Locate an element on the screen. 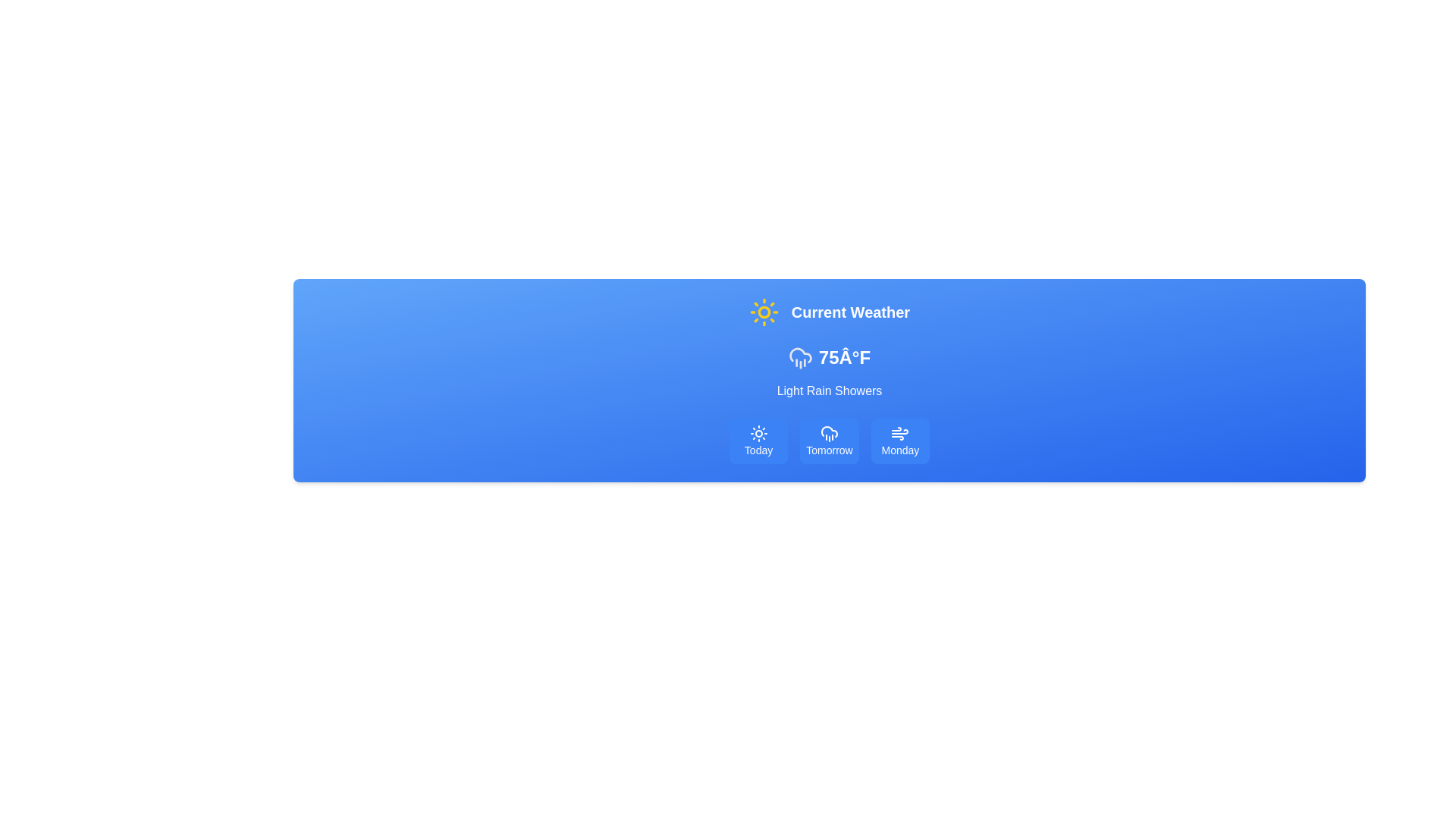  the 'Today' static text label within the button component is located at coordinates (758, 450).